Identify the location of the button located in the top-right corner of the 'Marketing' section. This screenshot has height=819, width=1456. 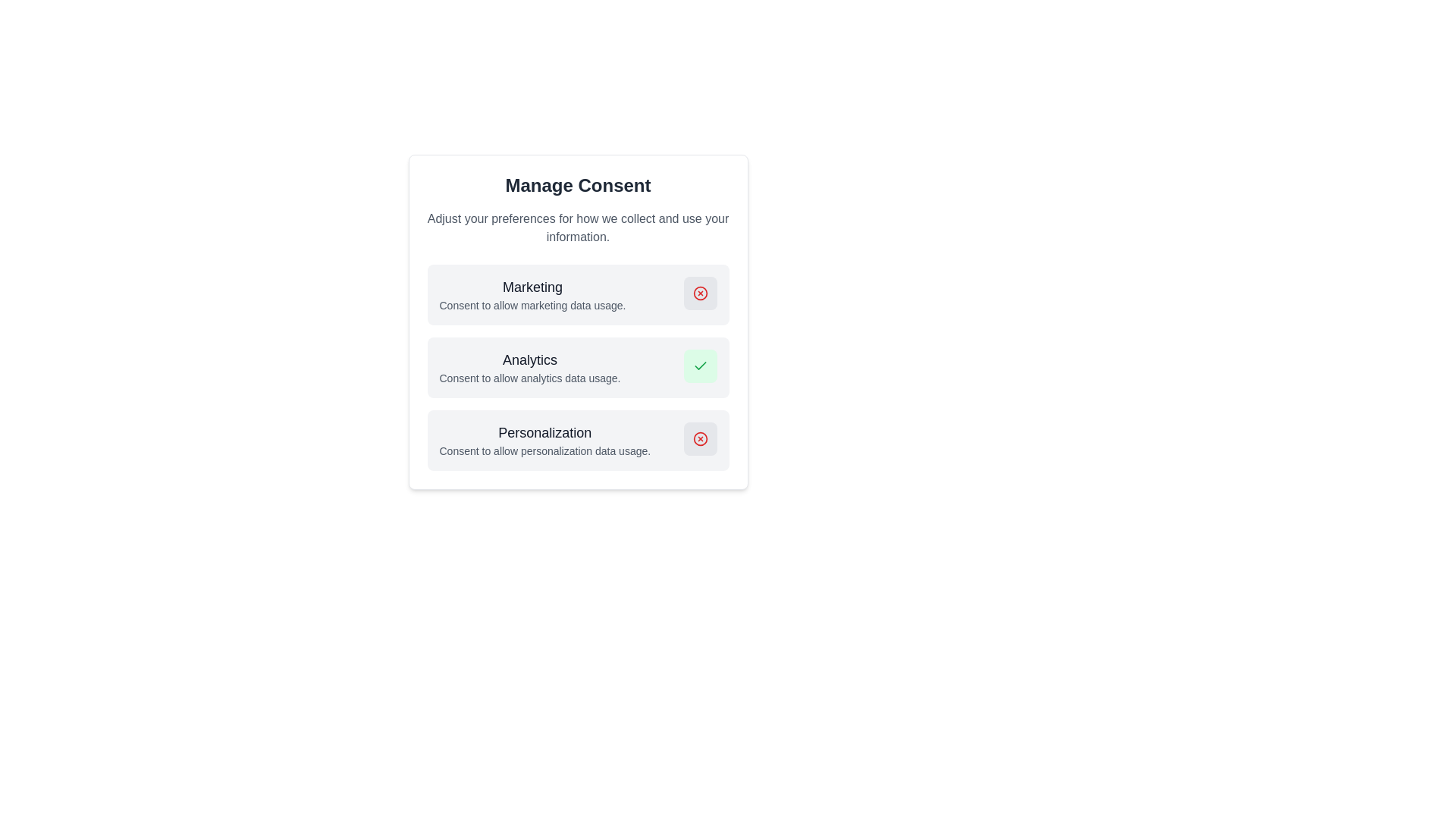
(699, 293).